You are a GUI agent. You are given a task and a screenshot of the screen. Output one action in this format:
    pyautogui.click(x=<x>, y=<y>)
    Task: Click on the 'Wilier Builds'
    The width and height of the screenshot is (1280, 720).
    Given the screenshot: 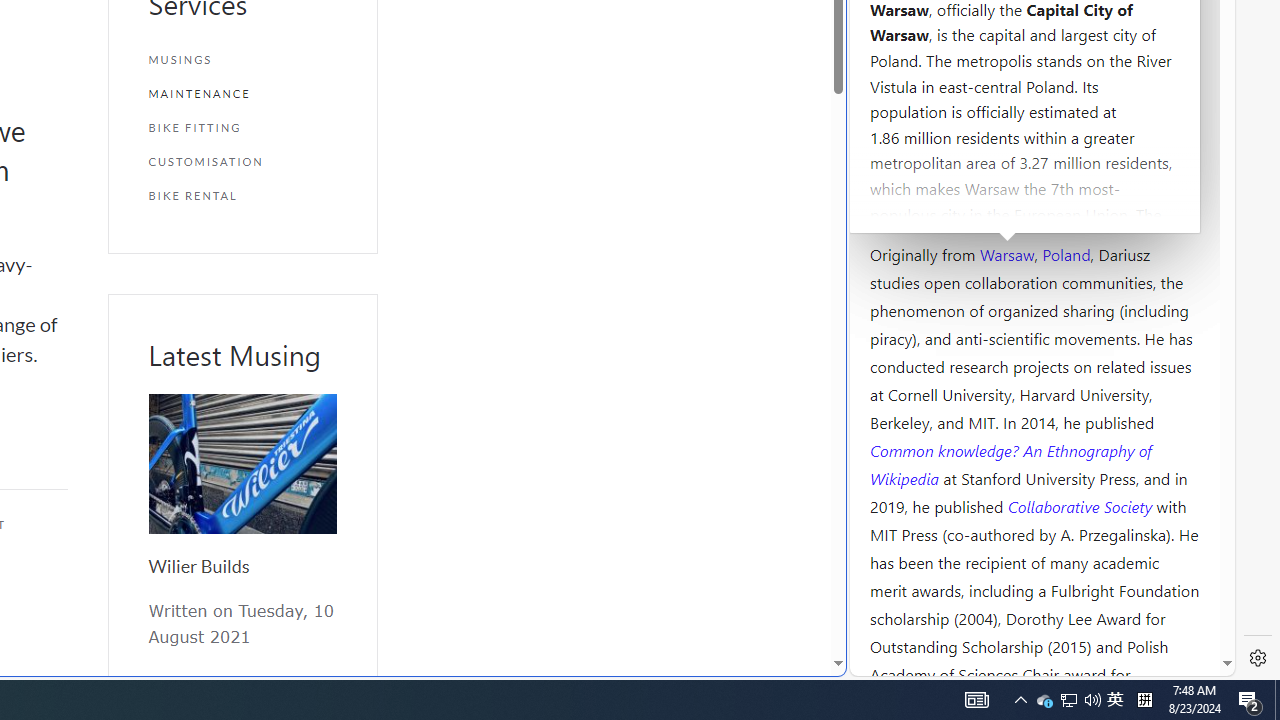 What is the action you would take?
    pyautogui.click(x=199, y=566)
    